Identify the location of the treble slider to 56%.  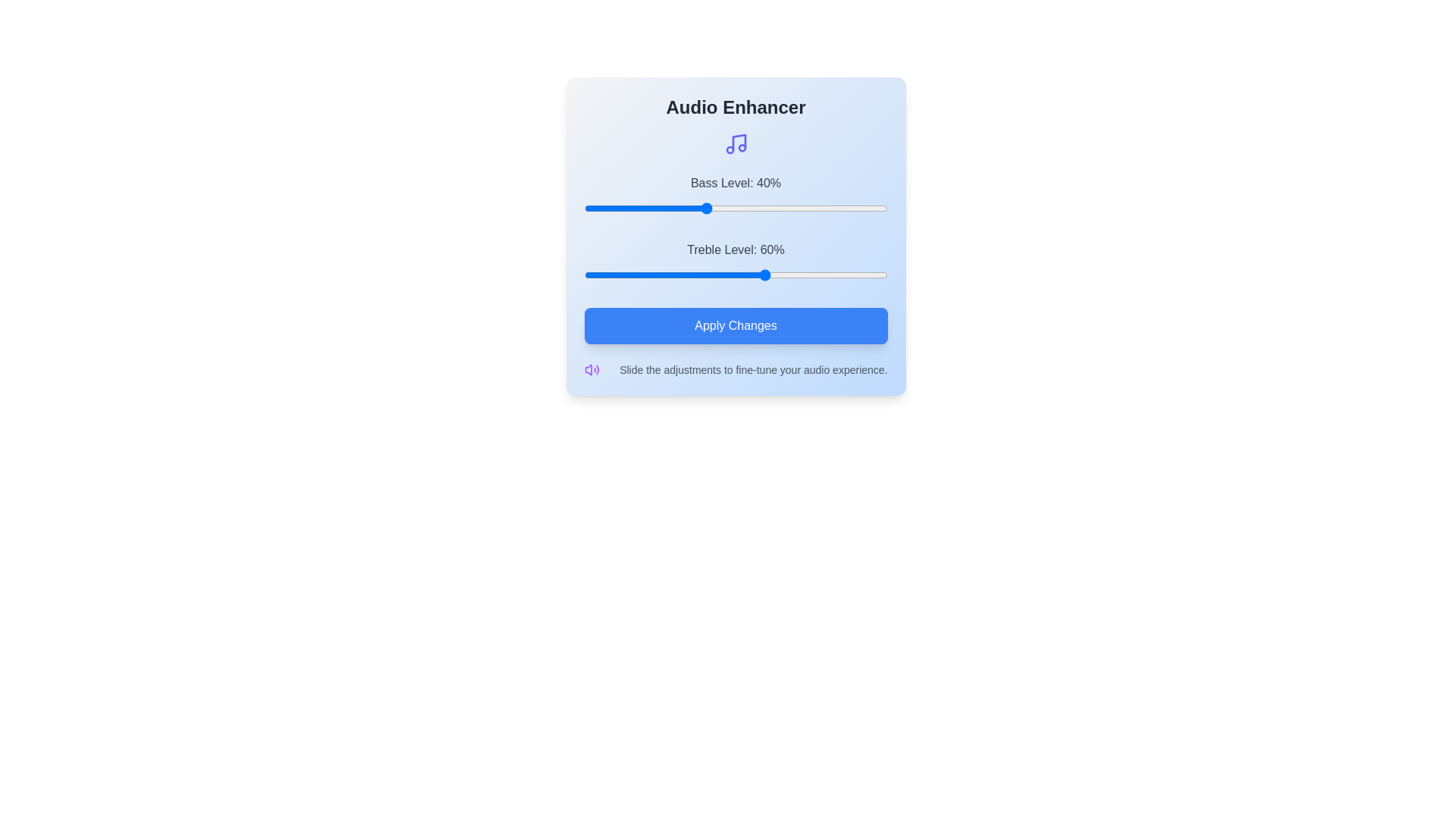
(754, 275).